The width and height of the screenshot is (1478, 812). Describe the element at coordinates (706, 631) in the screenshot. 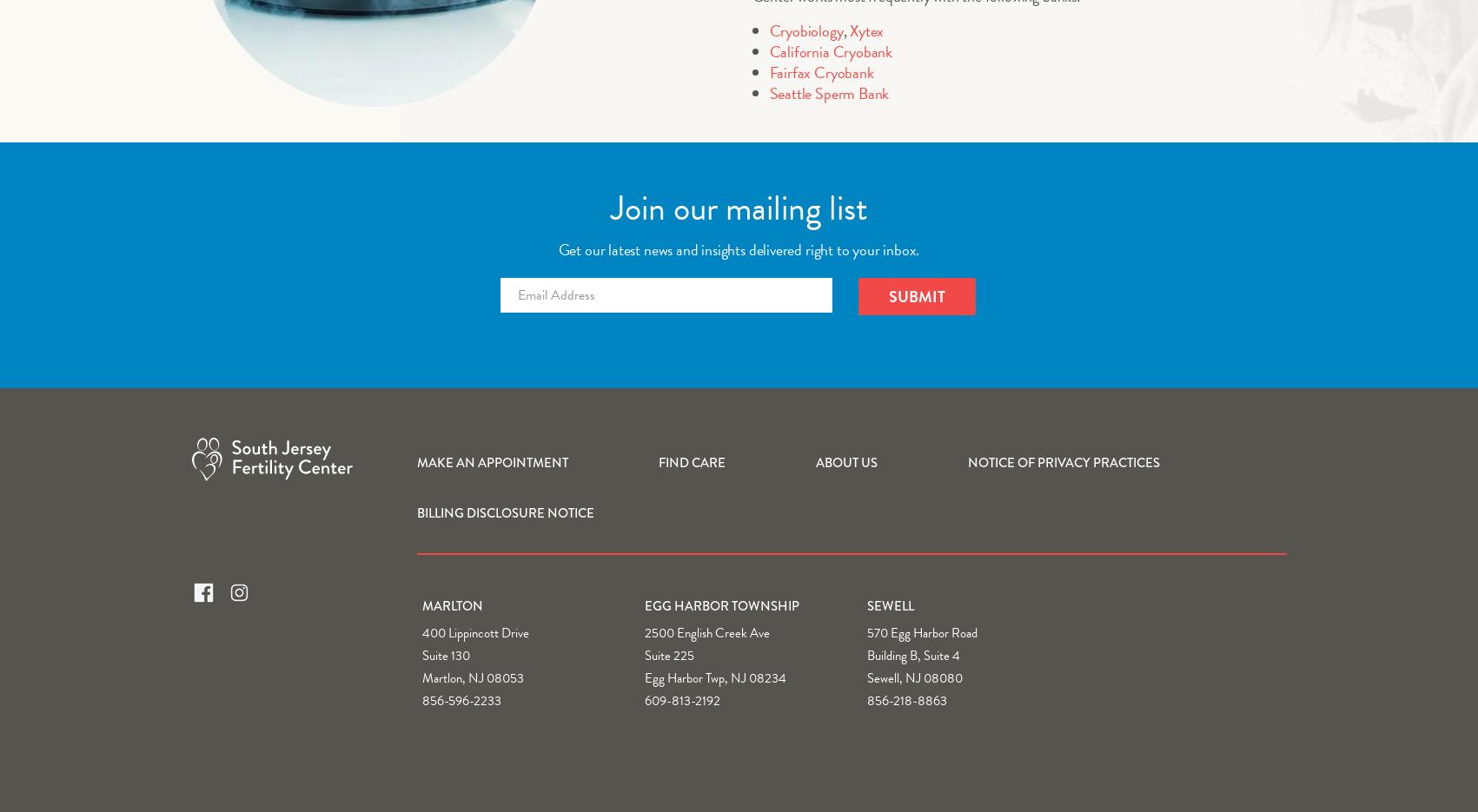

I see `'2500 English Creek Ave'` at that location.